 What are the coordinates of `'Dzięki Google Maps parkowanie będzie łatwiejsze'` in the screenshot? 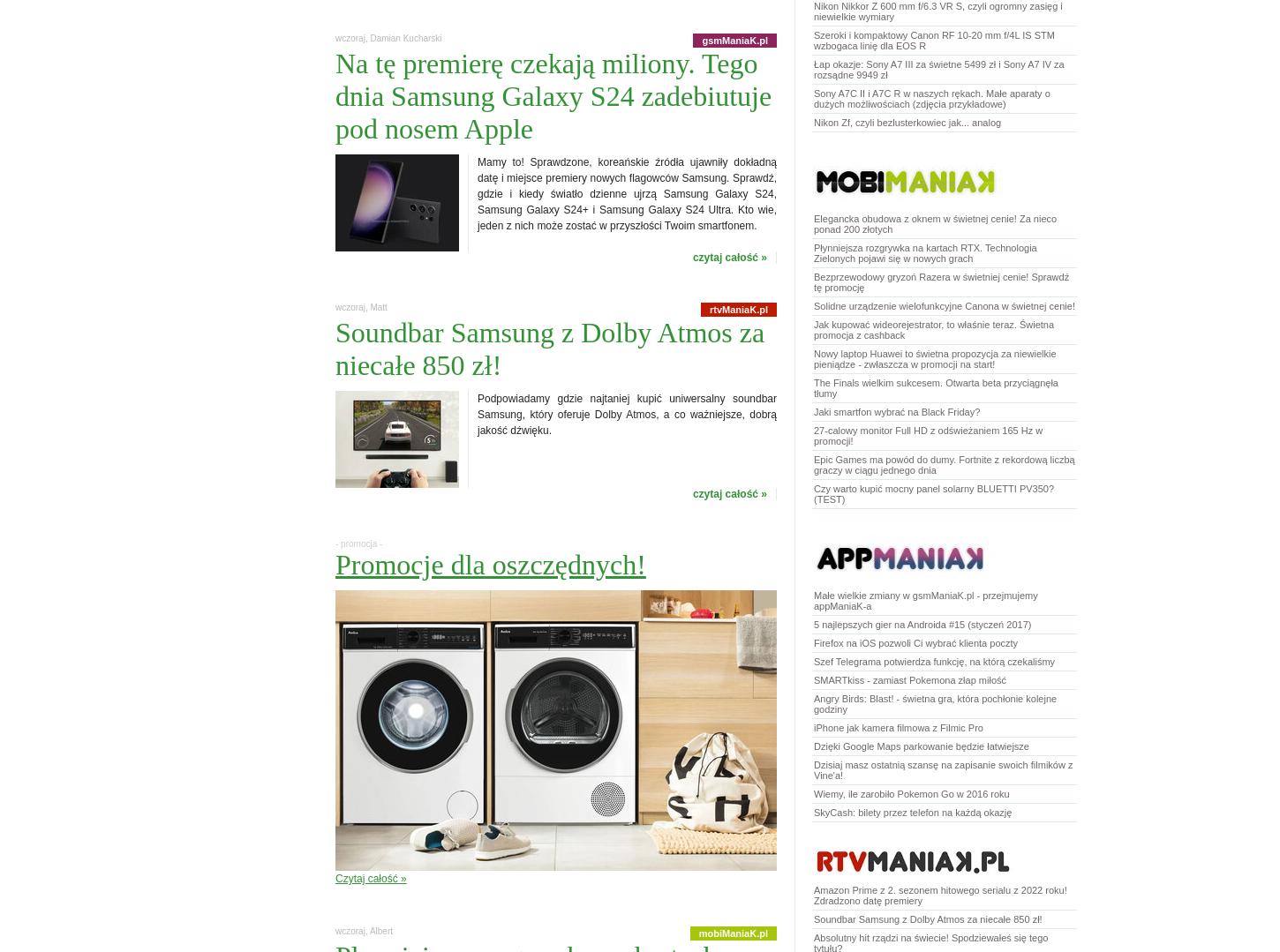 It's located at (921, 746).